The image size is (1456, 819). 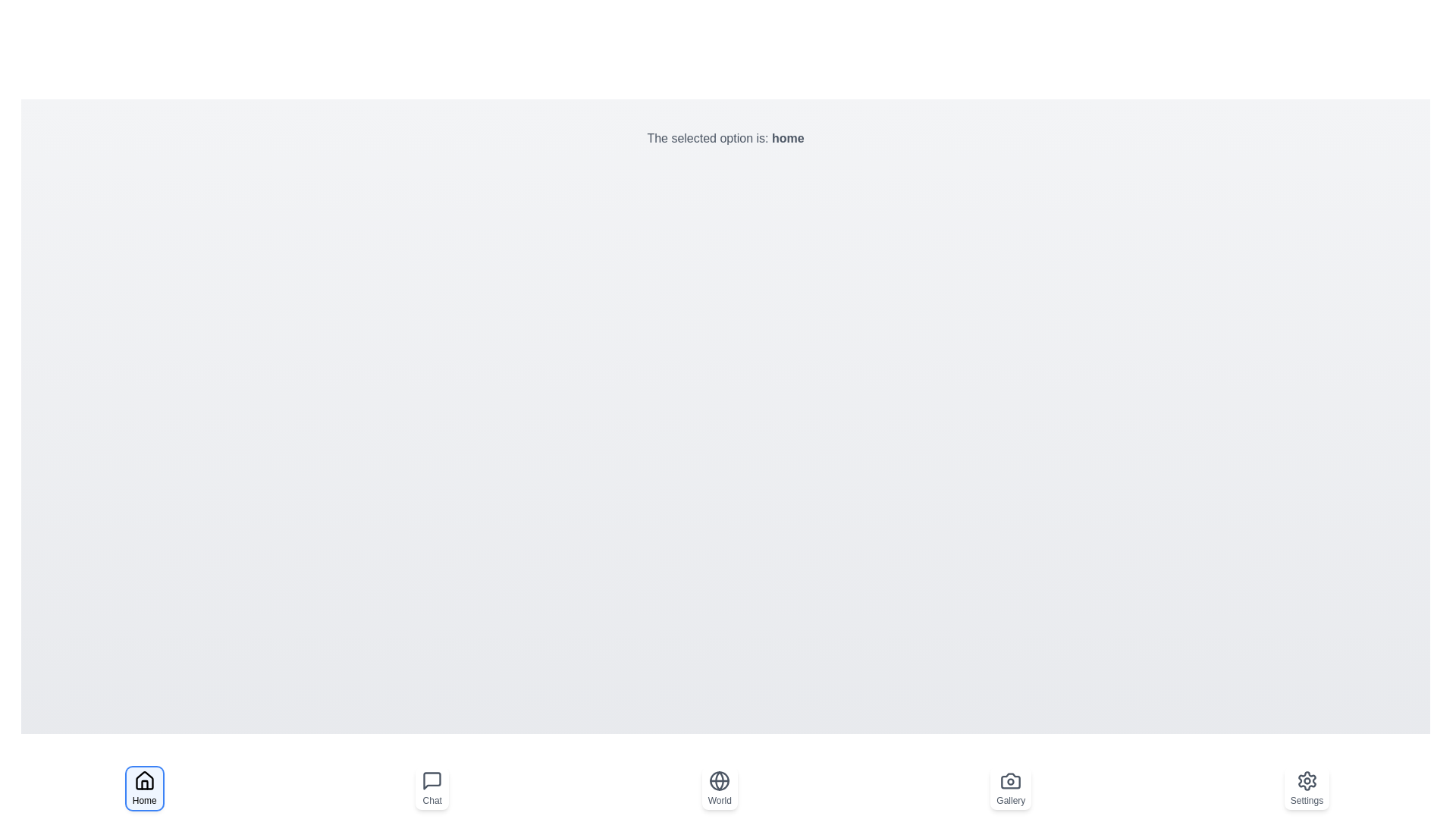 What do you see at coordinates (431, 788) in the screenshot?
I see `the button labeled Chat to observe the hover effect` at bounding box center [431, 788].